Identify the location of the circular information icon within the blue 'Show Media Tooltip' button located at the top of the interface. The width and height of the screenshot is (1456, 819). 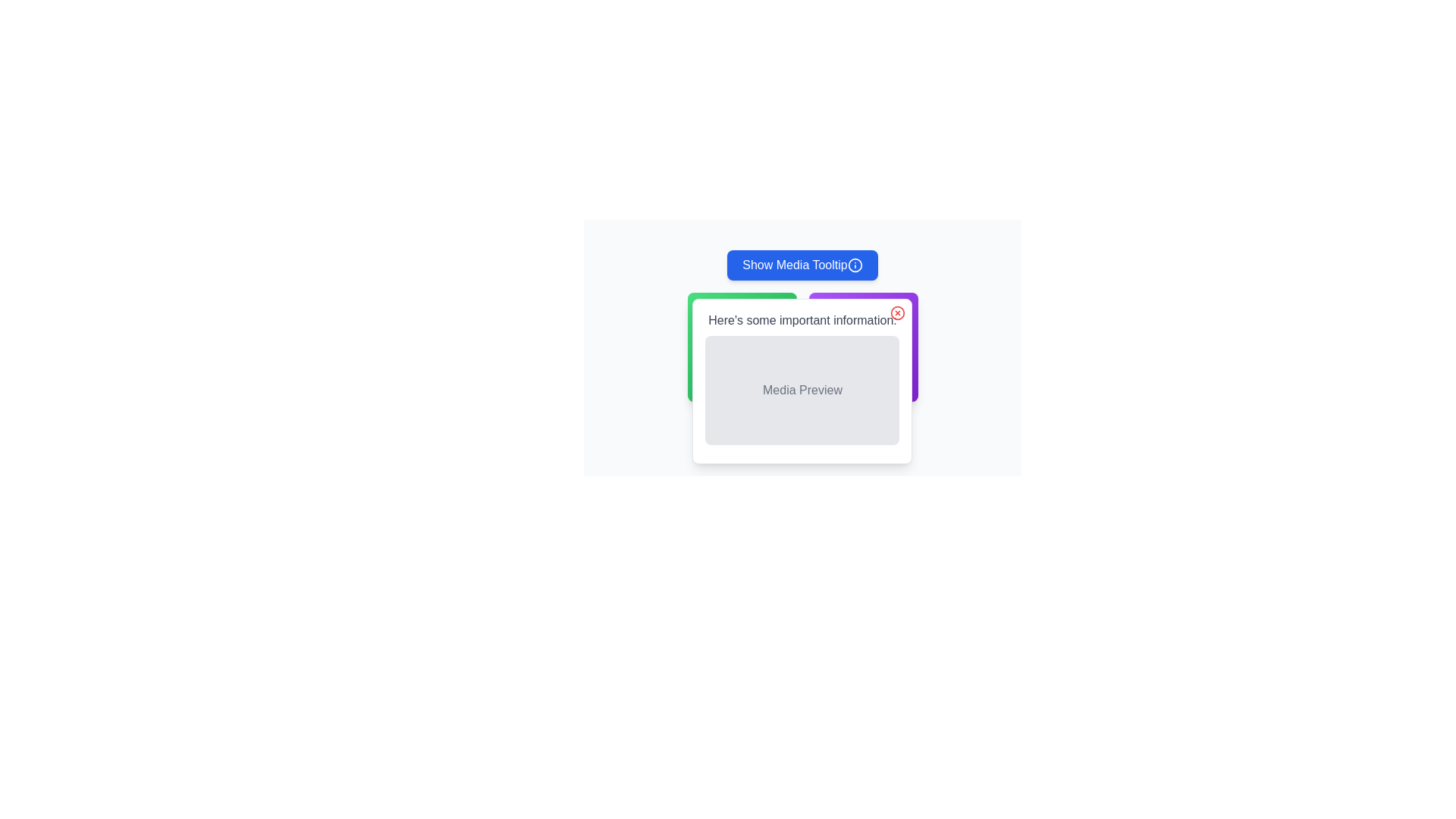
(855, 265).